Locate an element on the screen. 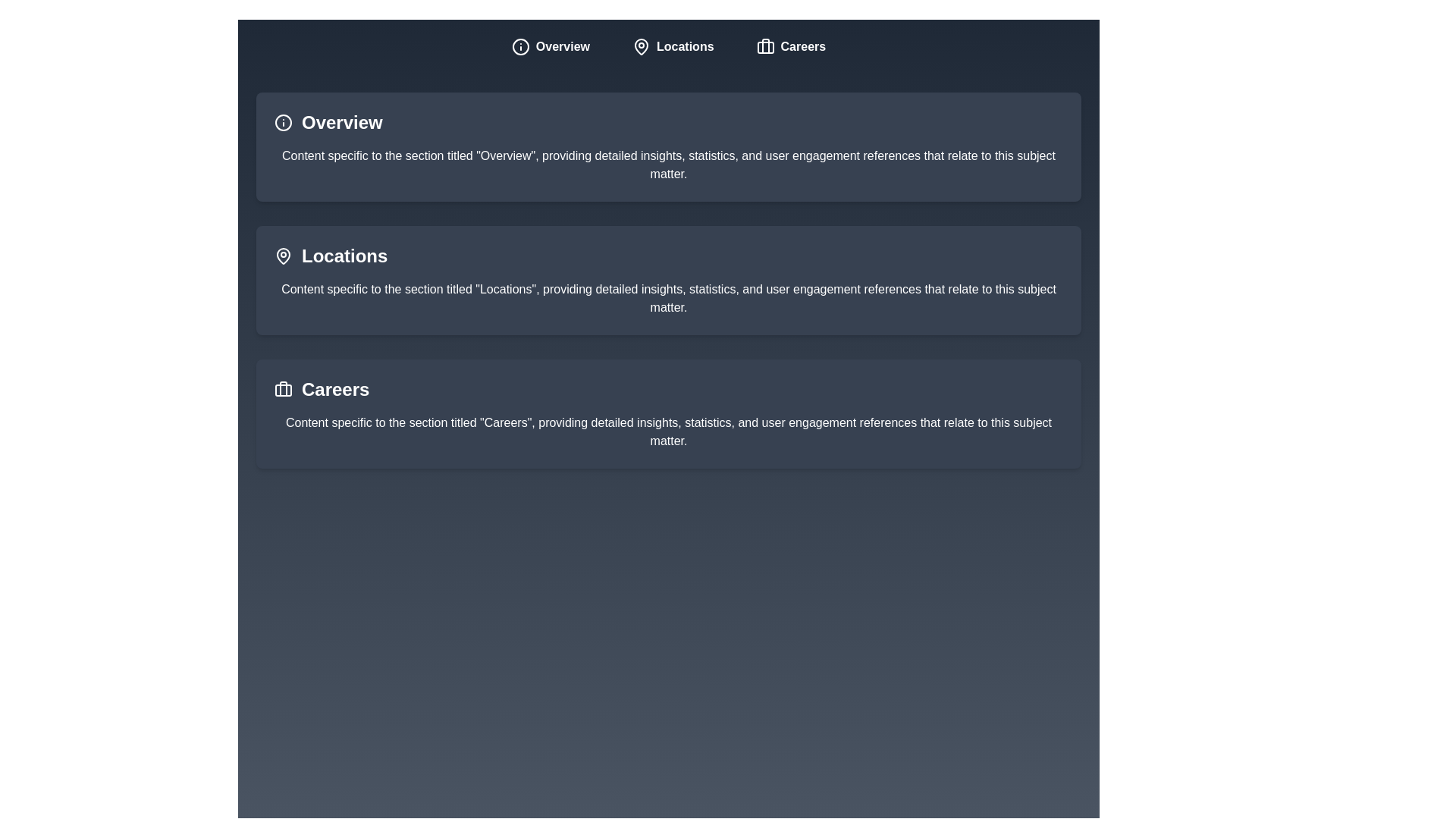  the circular icon located to the left of the 'Overview' label in the navigation bar is located at coordinates (520, 45).